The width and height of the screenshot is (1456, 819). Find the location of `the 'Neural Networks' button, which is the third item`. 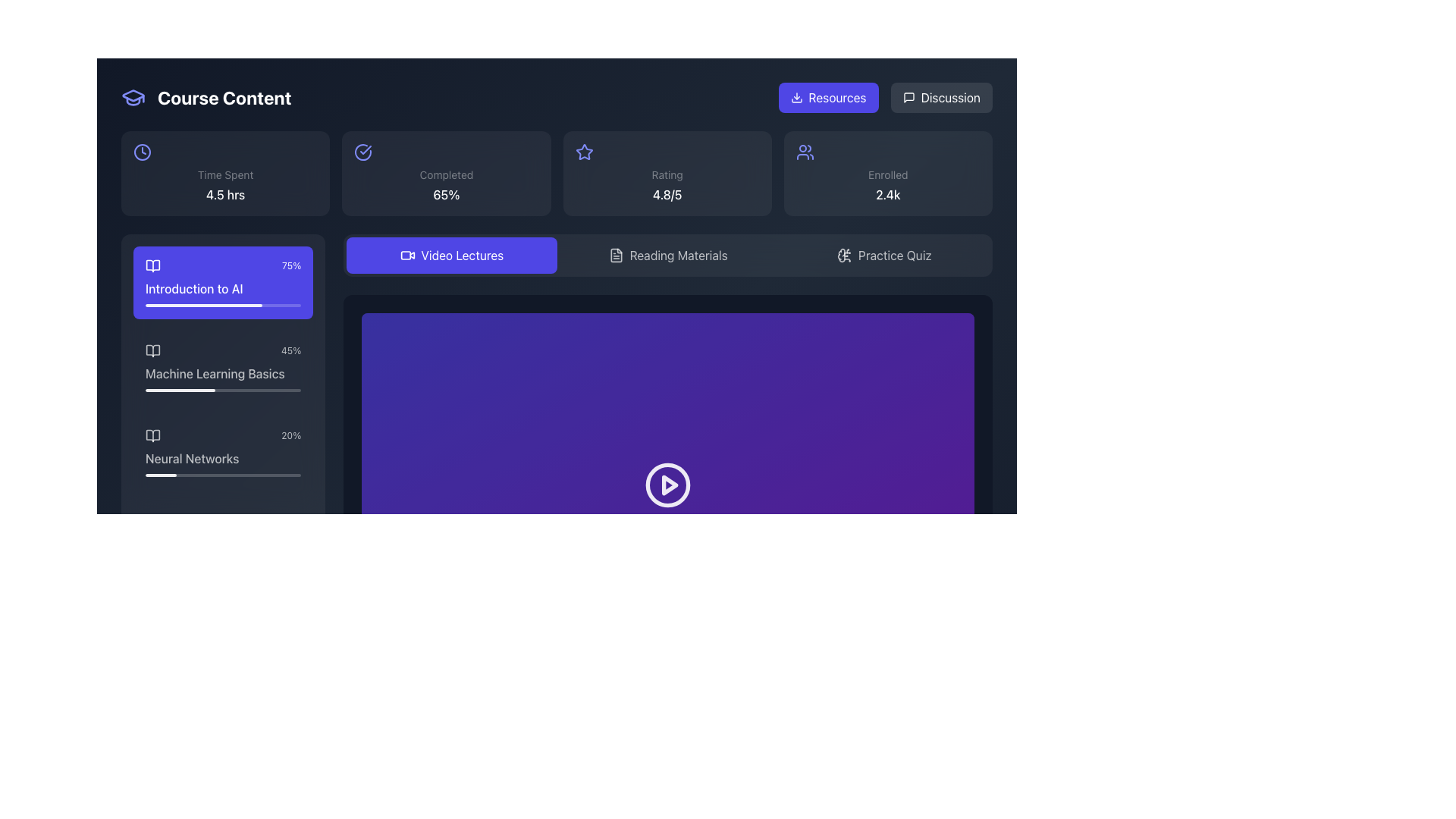

the 'Neural Networks' button, which is the third item is located at coordinates (222, 452).